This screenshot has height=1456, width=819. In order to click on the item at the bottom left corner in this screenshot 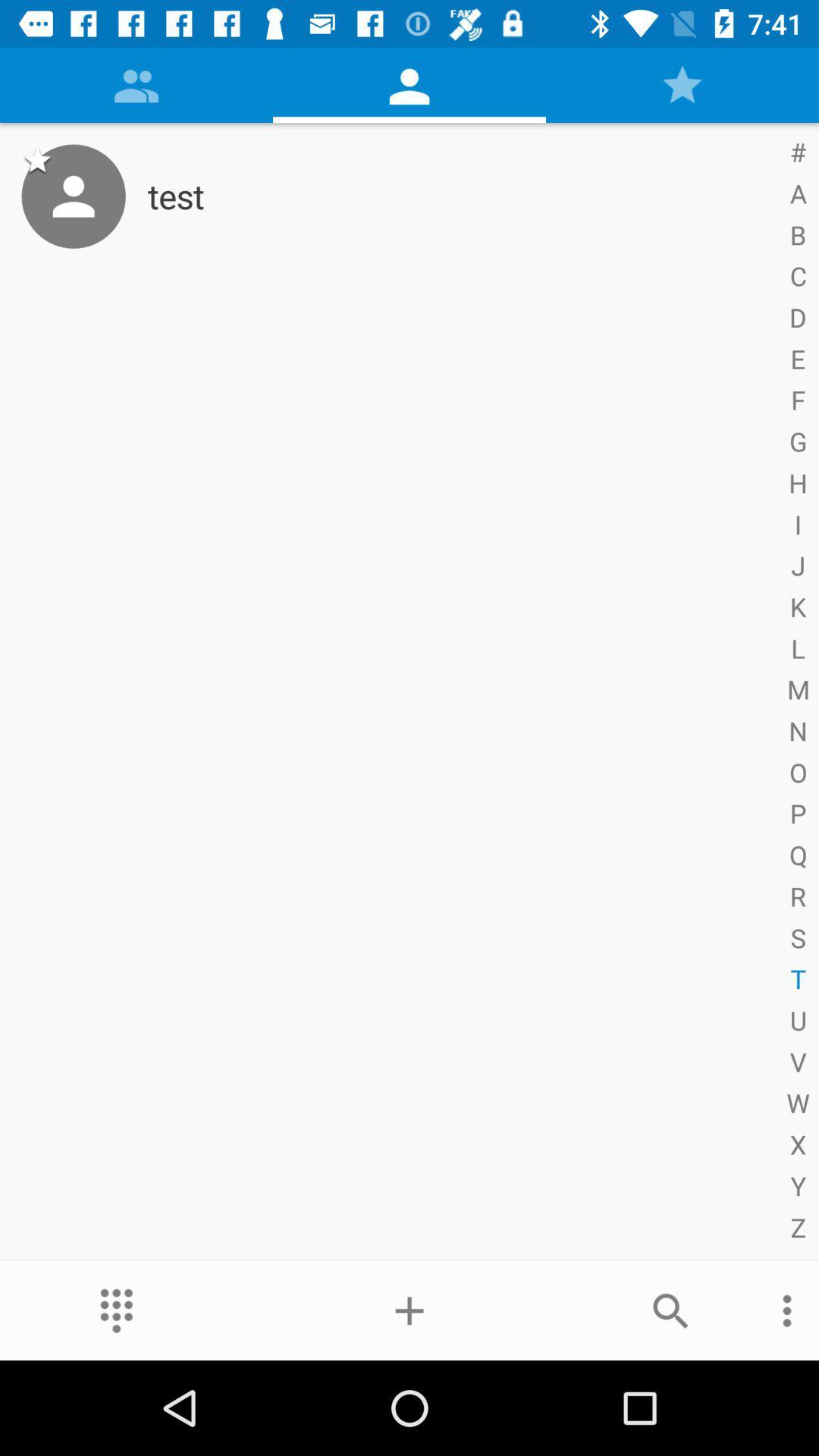, I will do `click(115, 1310)`.